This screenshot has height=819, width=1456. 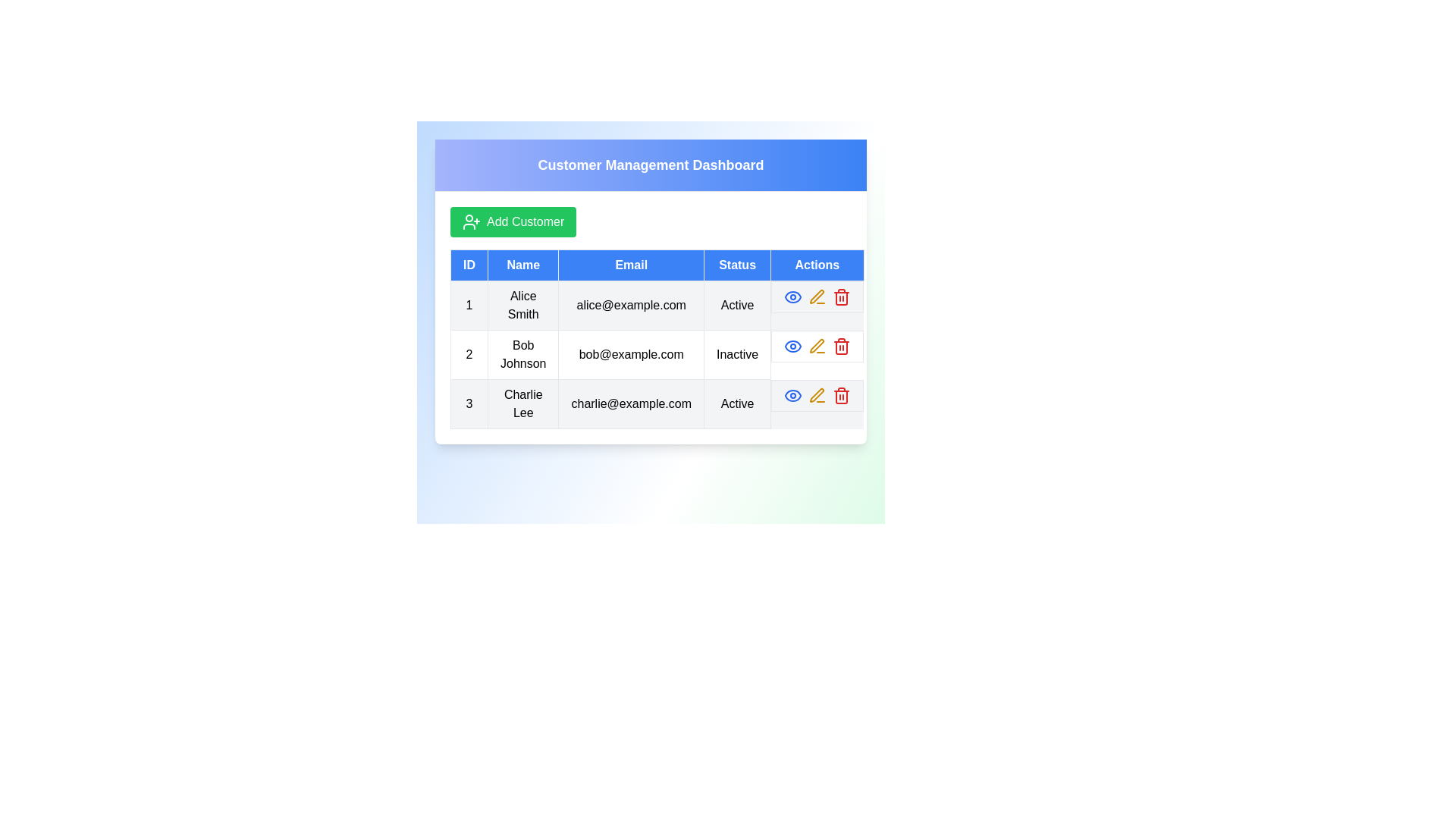 I want to click on the 'Eye' icon for the customer with ID 3, so click(x=792, y=394).